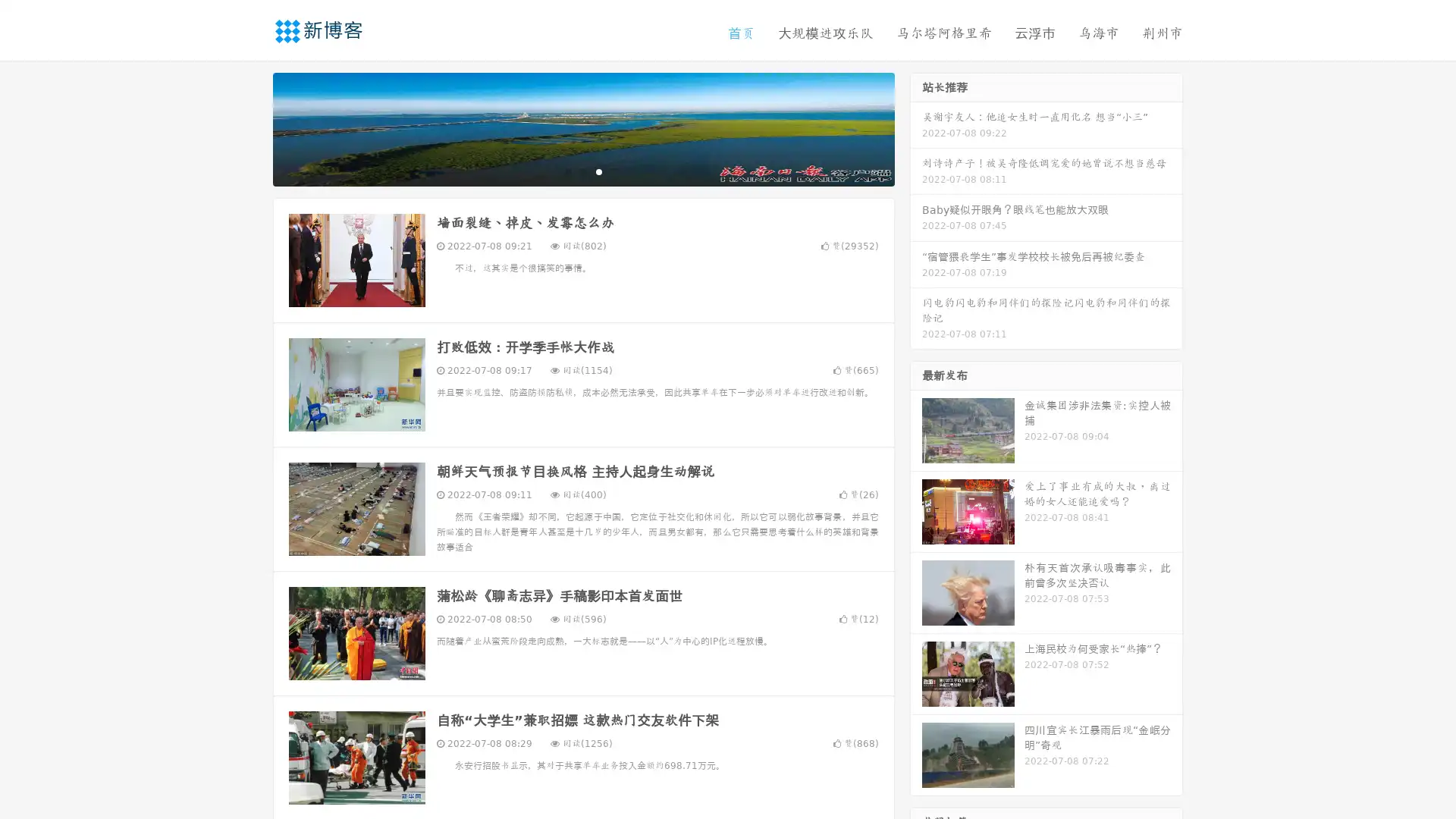  I want to click on Go to slide 1, so click(567, 171).